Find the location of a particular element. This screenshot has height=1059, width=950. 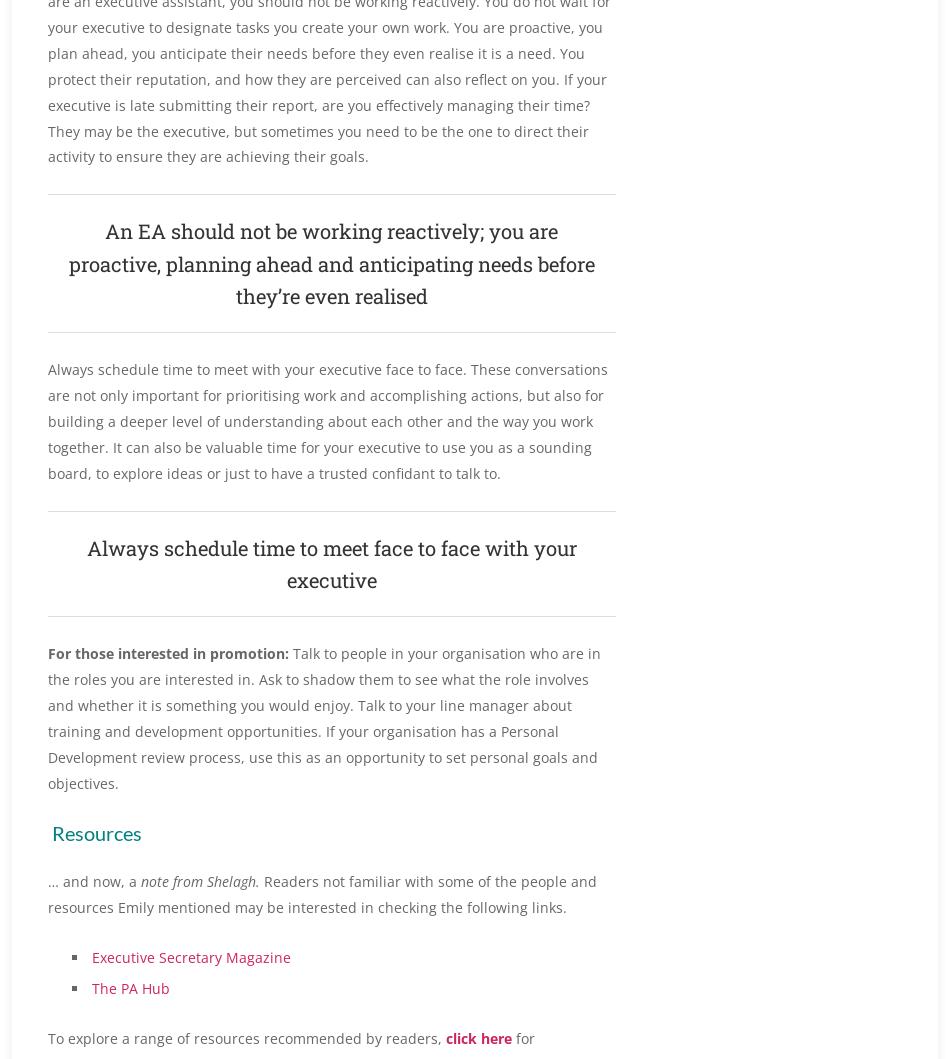

'An EA should not be working reactively; you are proactive, planning ahead and anticipating needs before they’re even realised' is located at coordinates (329, 262).